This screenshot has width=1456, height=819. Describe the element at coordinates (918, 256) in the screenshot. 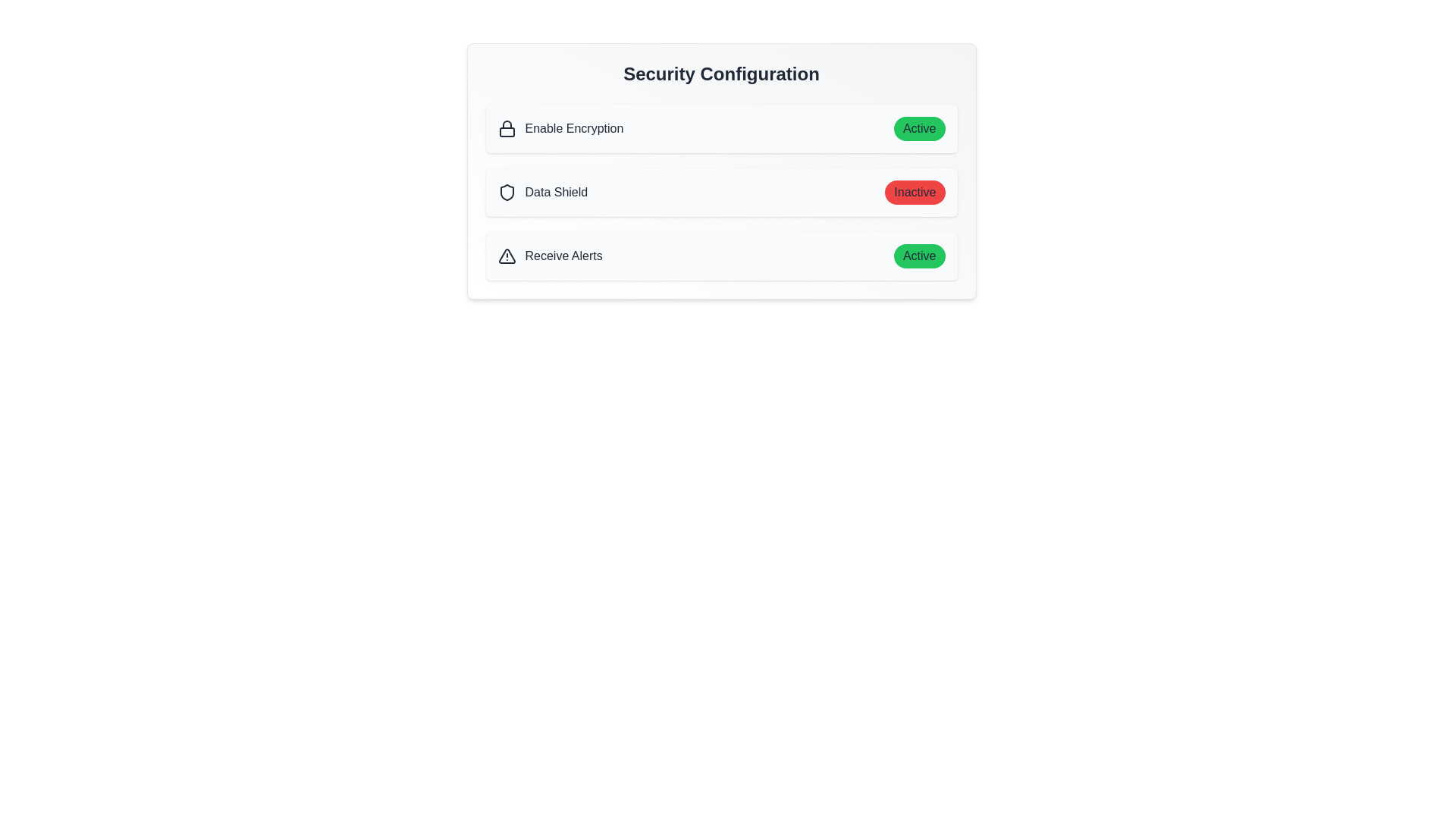

I see `the button that toggles the 'Receive Alerts' setting for keyboard interaction` at that location.